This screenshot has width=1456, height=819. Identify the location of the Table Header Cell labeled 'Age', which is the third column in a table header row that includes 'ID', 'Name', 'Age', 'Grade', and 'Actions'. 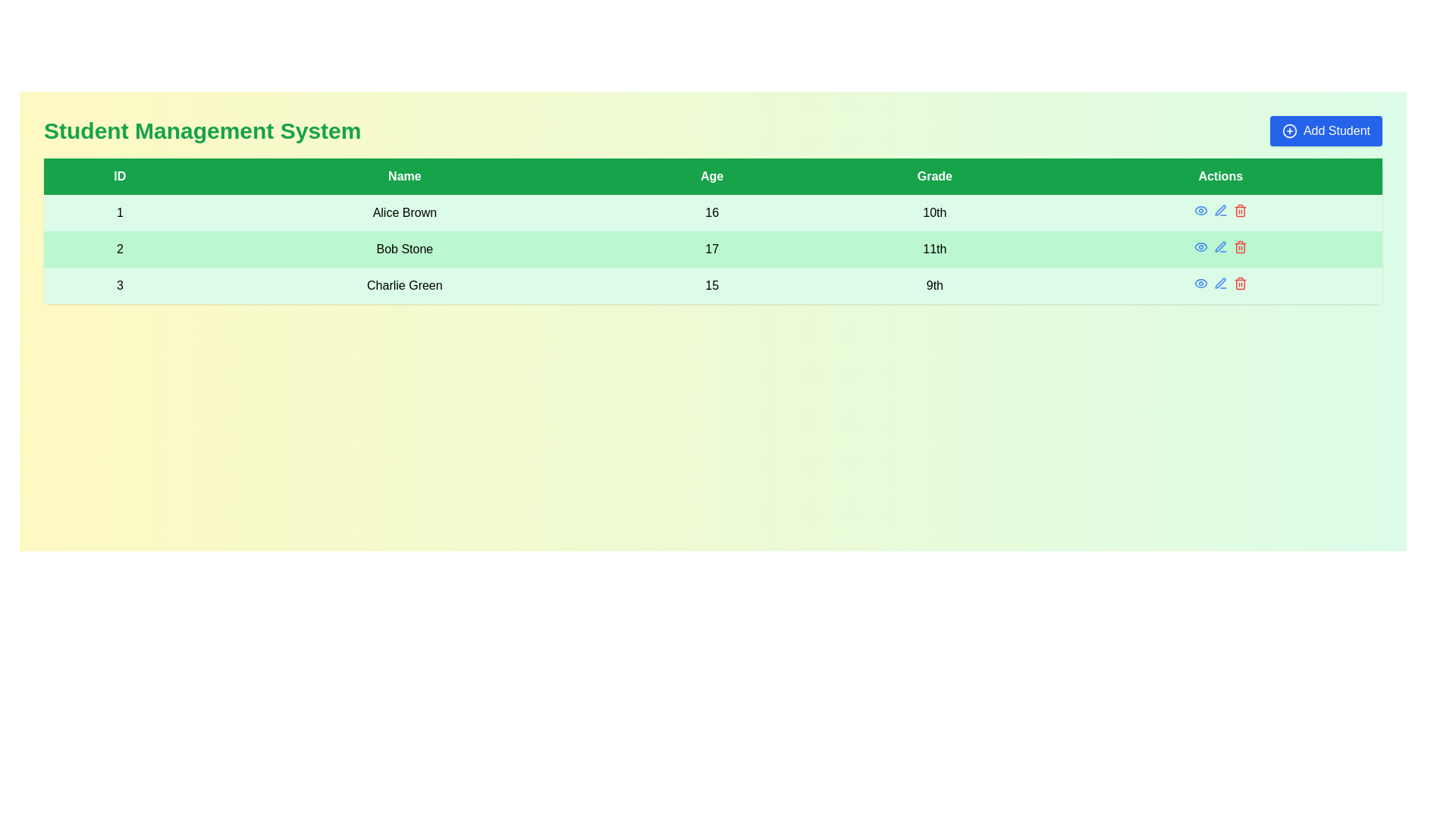
(711, 175).